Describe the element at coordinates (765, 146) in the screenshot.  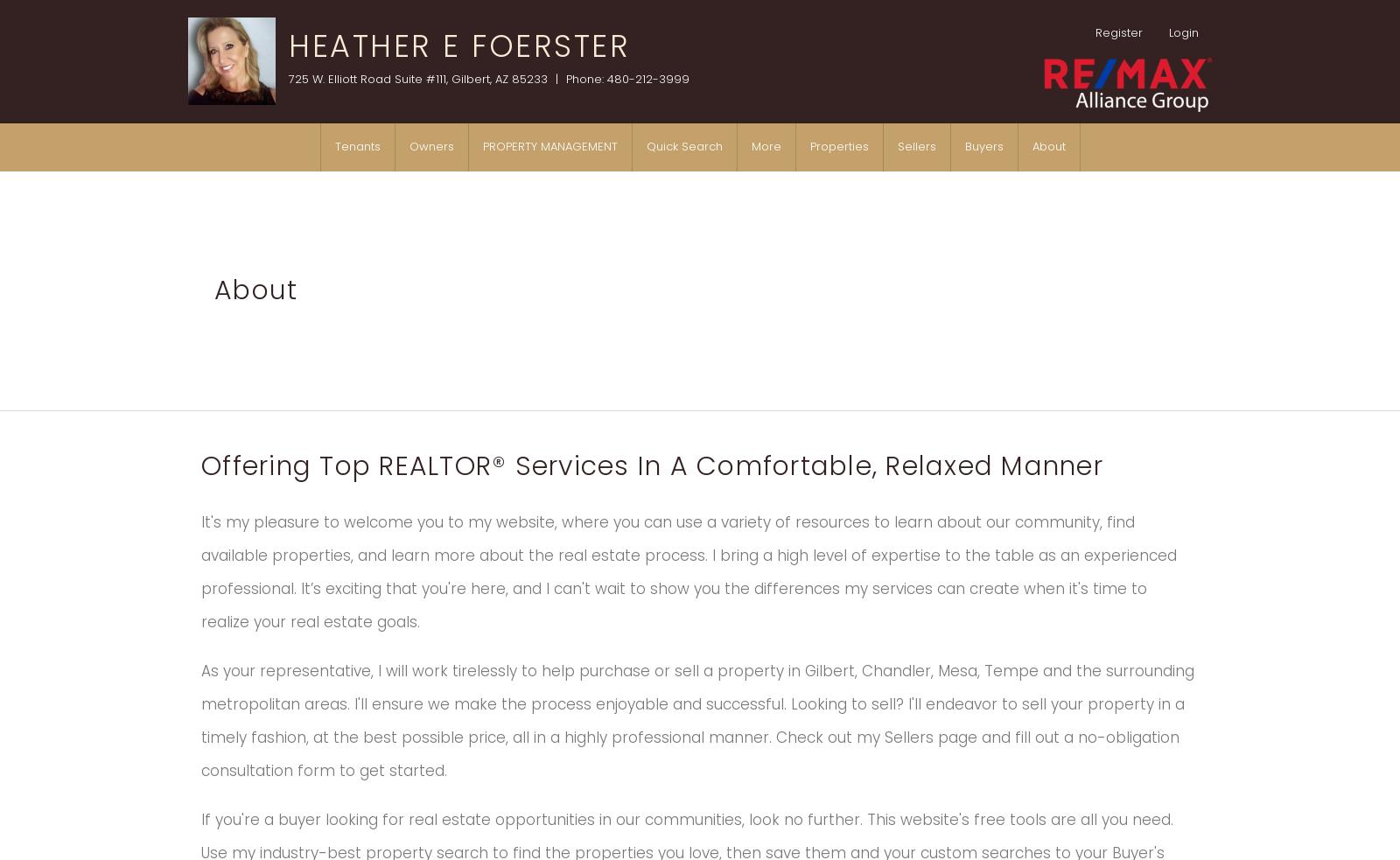
I see `'More'` at that location.